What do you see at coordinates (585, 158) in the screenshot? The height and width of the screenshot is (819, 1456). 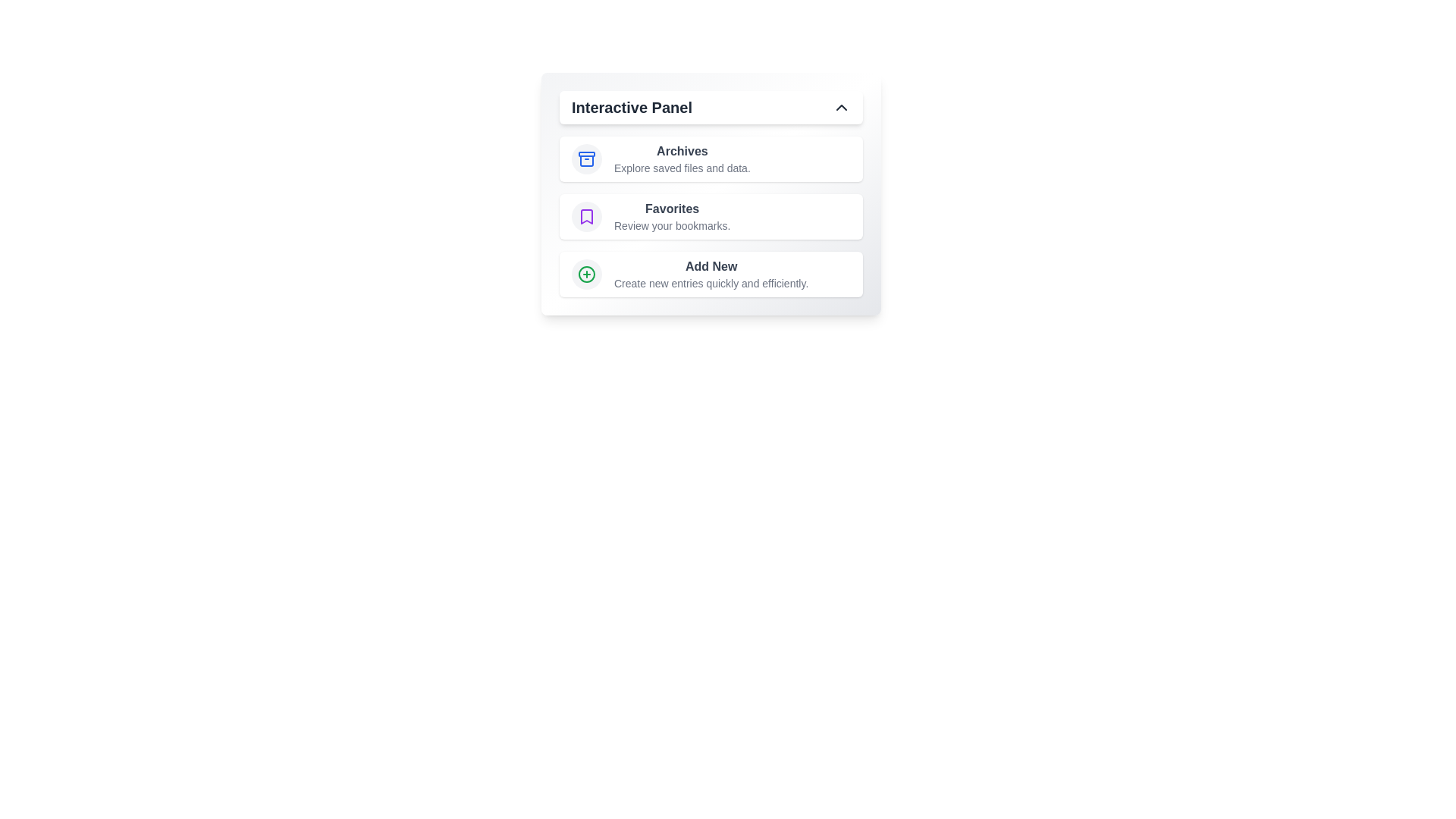 I see `the icon for Archives to trigger its associated interaction` at bounding box center [585, 158].